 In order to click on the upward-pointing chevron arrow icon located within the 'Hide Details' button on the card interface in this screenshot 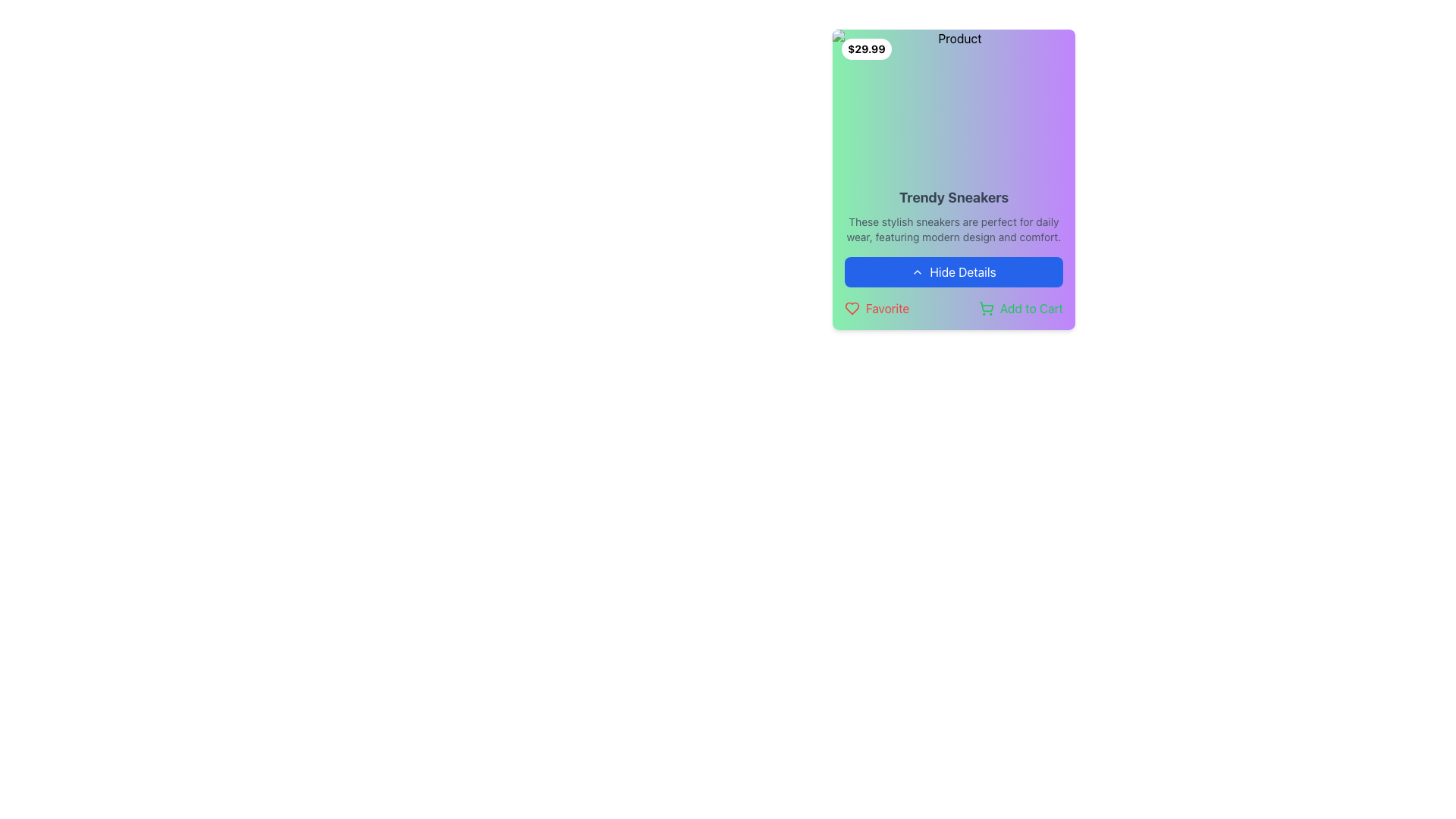, I will do `click(917, 271)`.